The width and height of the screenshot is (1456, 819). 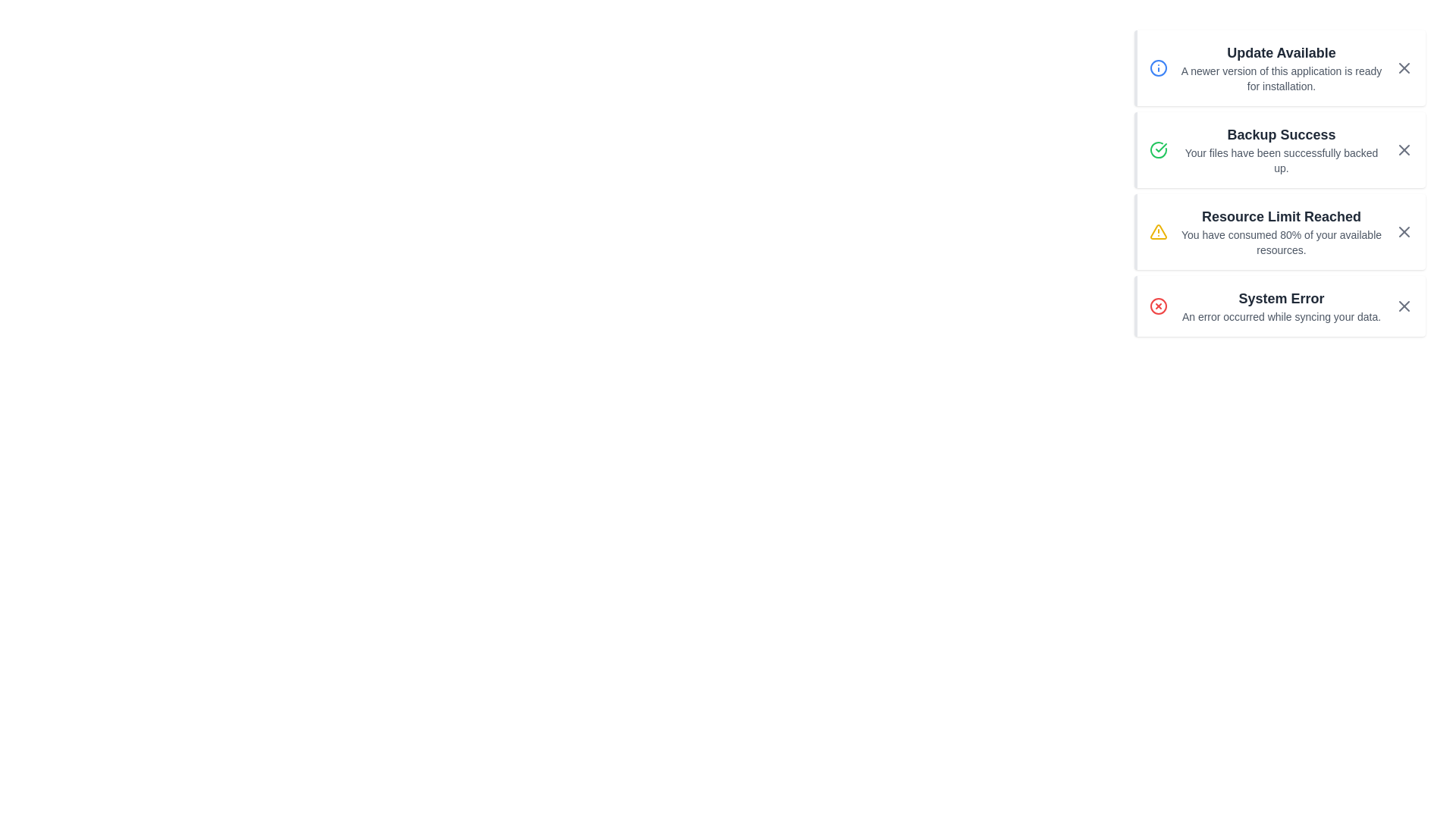 I want to click on the green outlined circle icon with a checkmark inside, which indicates the 'Backup Success' notification, so click(x=1157, y=149).